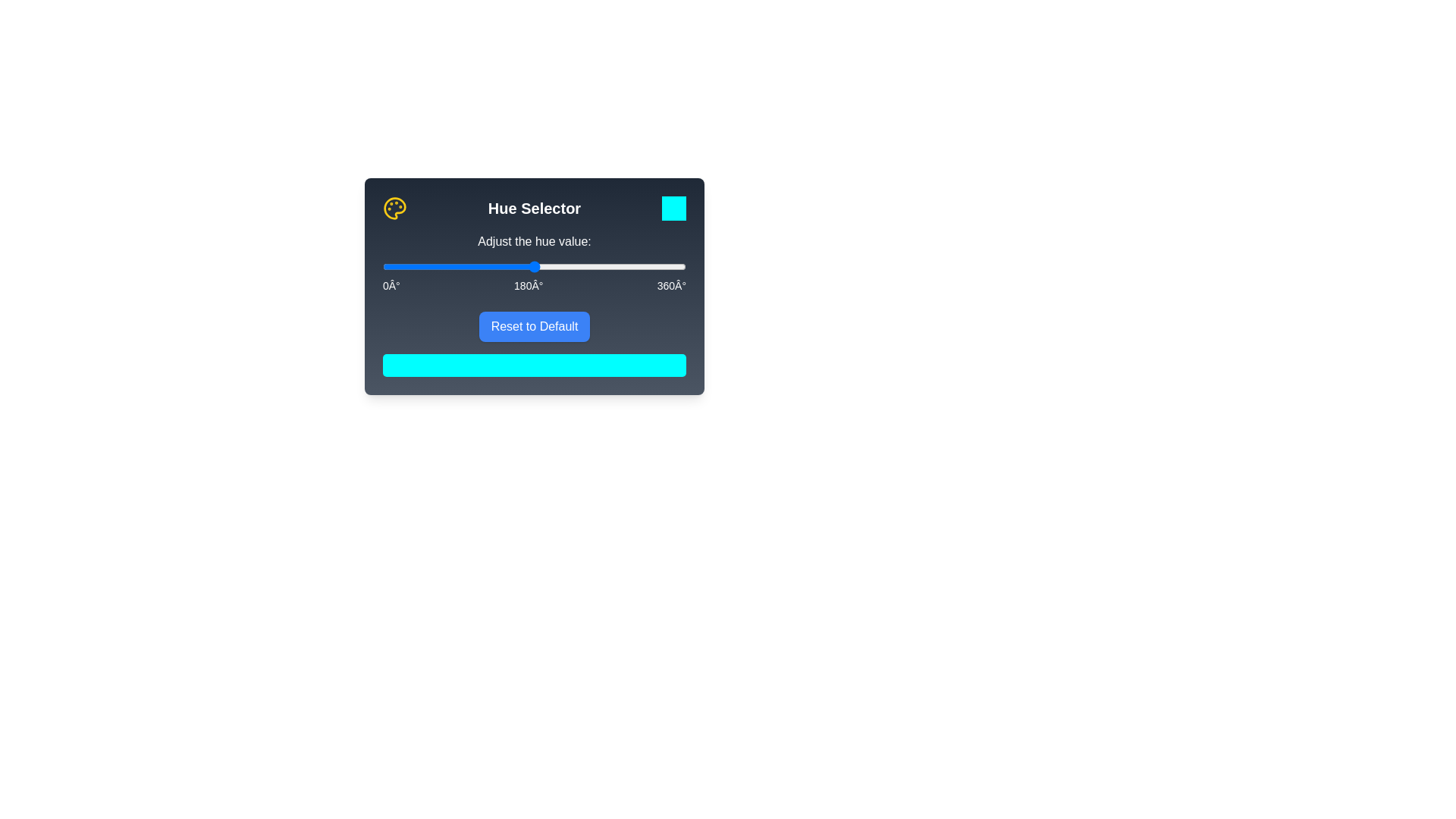  I want to click on the hue slider to 146°, so click(506, 265).